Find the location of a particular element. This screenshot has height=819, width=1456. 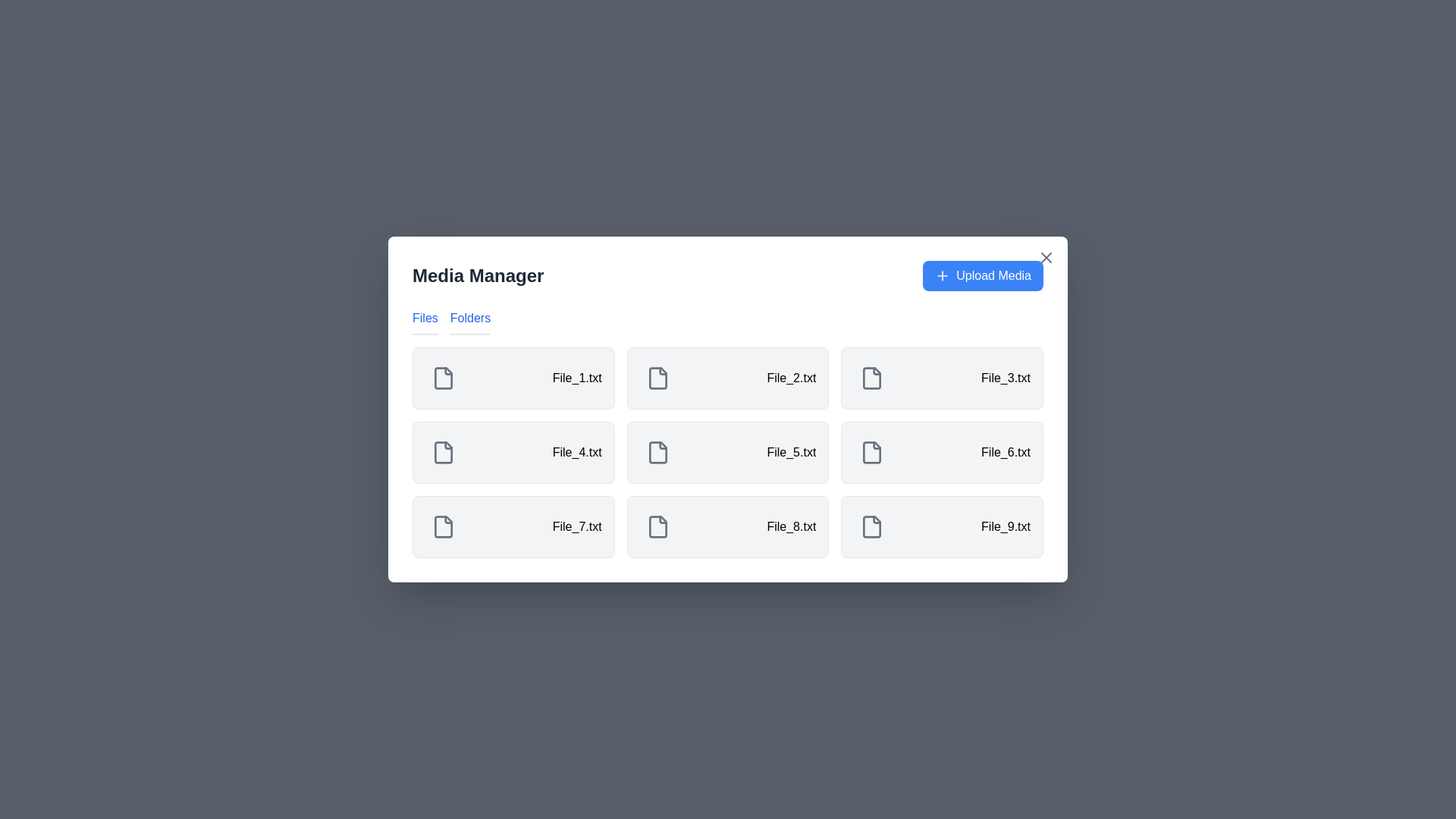

the file document icon located in the bottom-right corner of the grid in the 'Media Manager' interface, positioned to the right of 'File_8.txt' and below 'File_6.txt' is located at coordinates (872, 526).